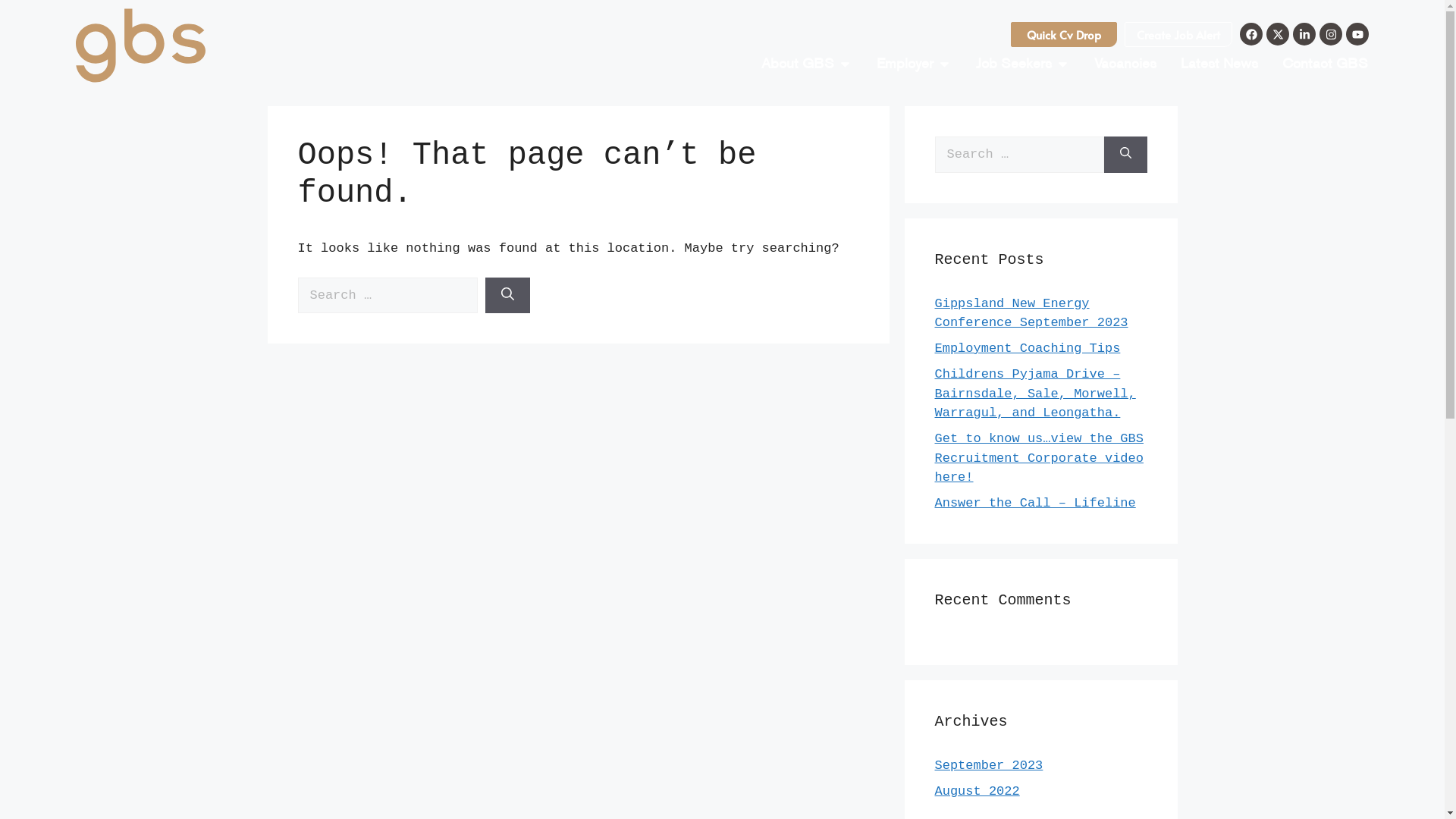  I want to click on 'Latest News', so click(1219, 63).